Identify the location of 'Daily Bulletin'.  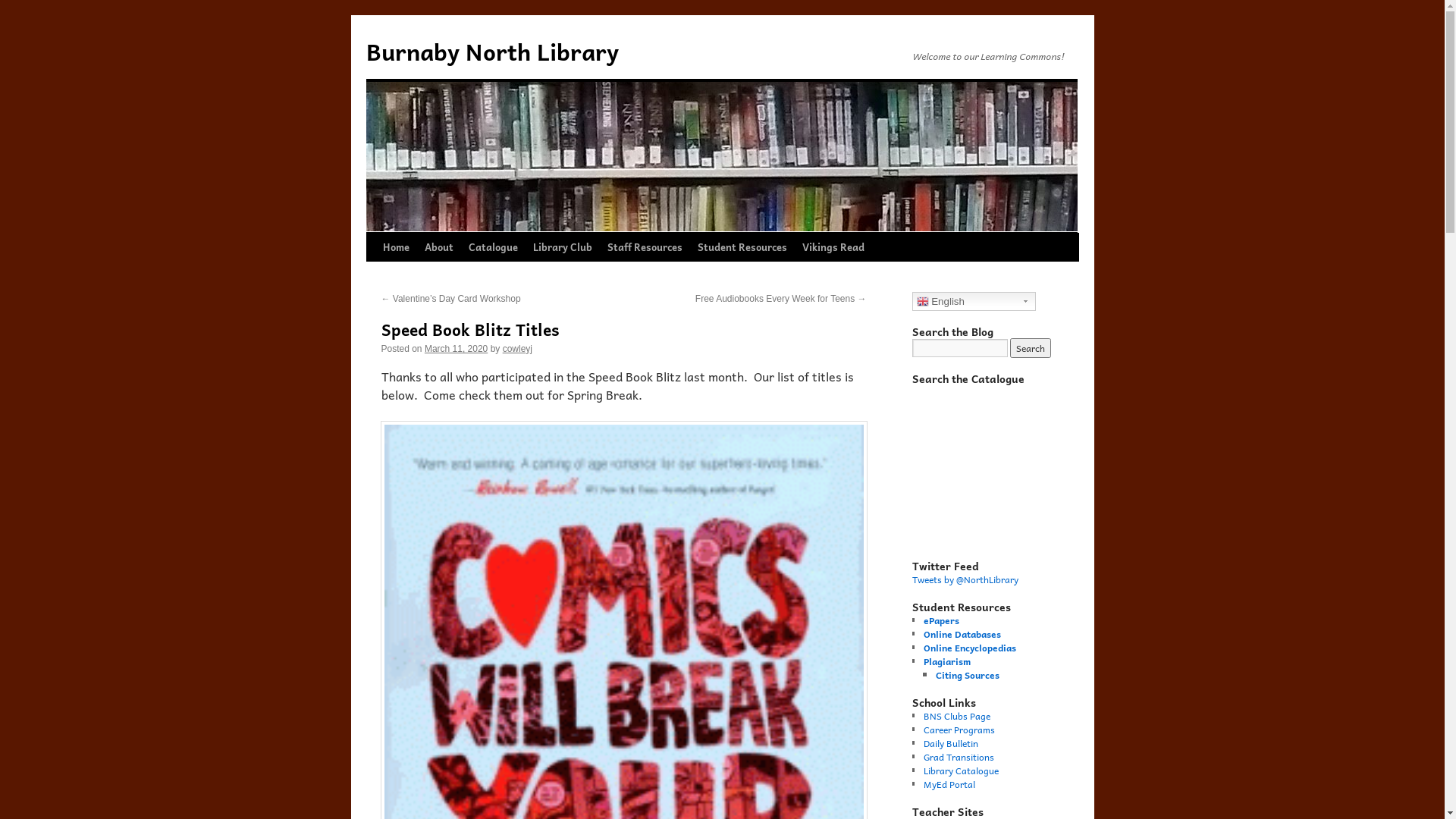
(949, 742).